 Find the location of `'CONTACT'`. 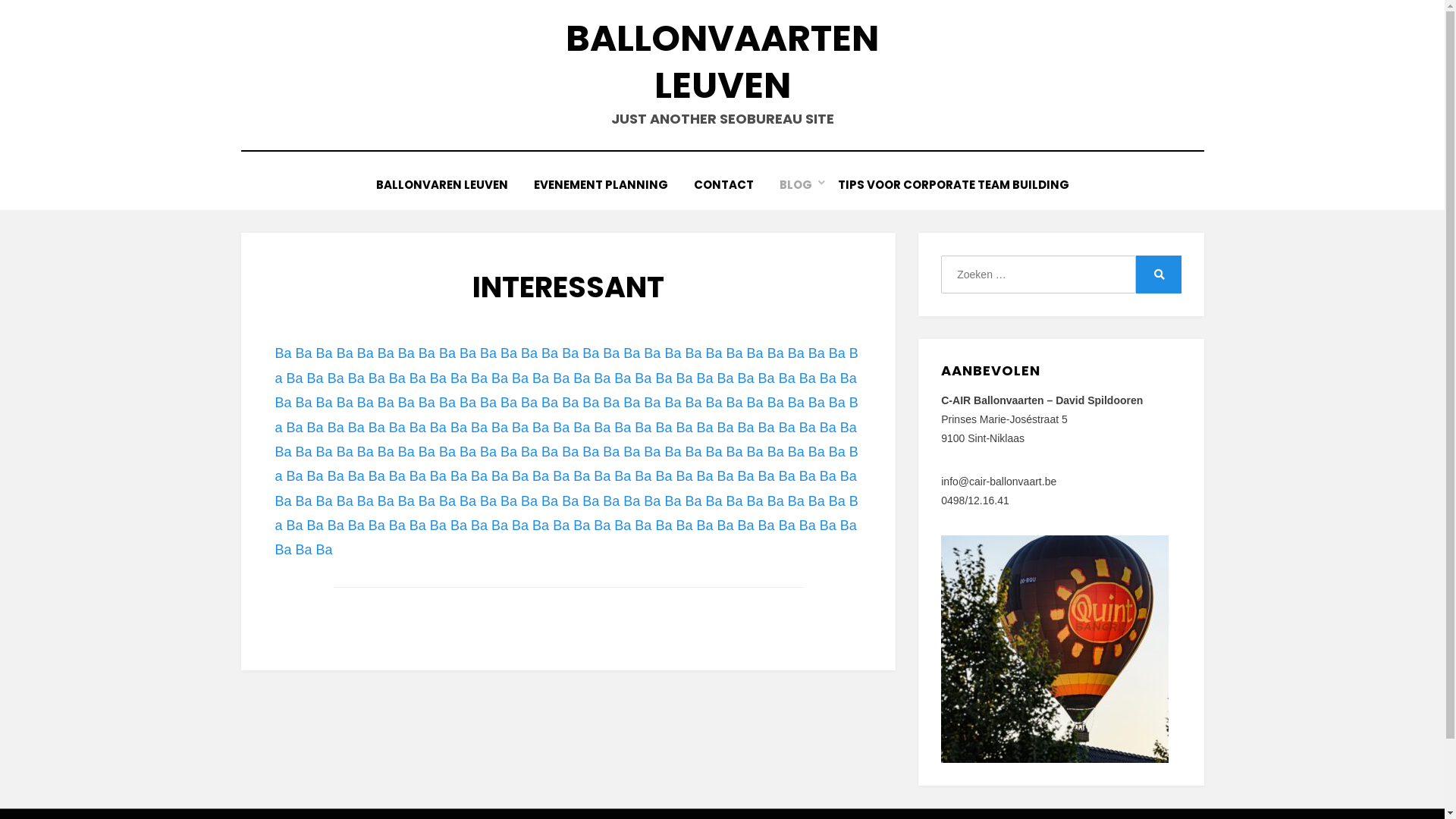

'CONTACT' is located at coordinates (723, 184).